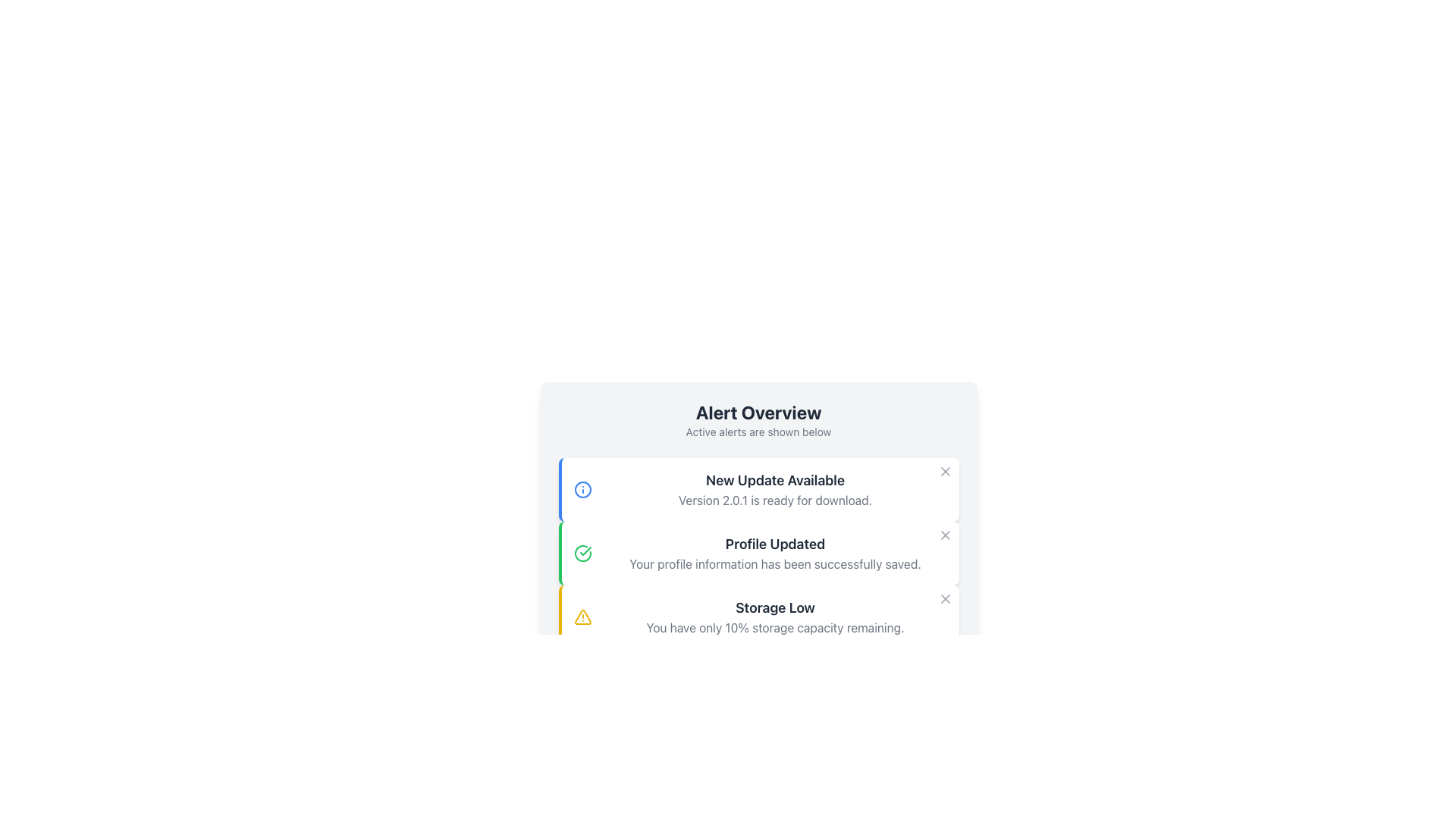 This screenshot has height=819, width=1456. I want to click on the dismissal button with an 'X' icon located in the top-right corner of the 'Profile Updated' notification card, so click(944, 534).